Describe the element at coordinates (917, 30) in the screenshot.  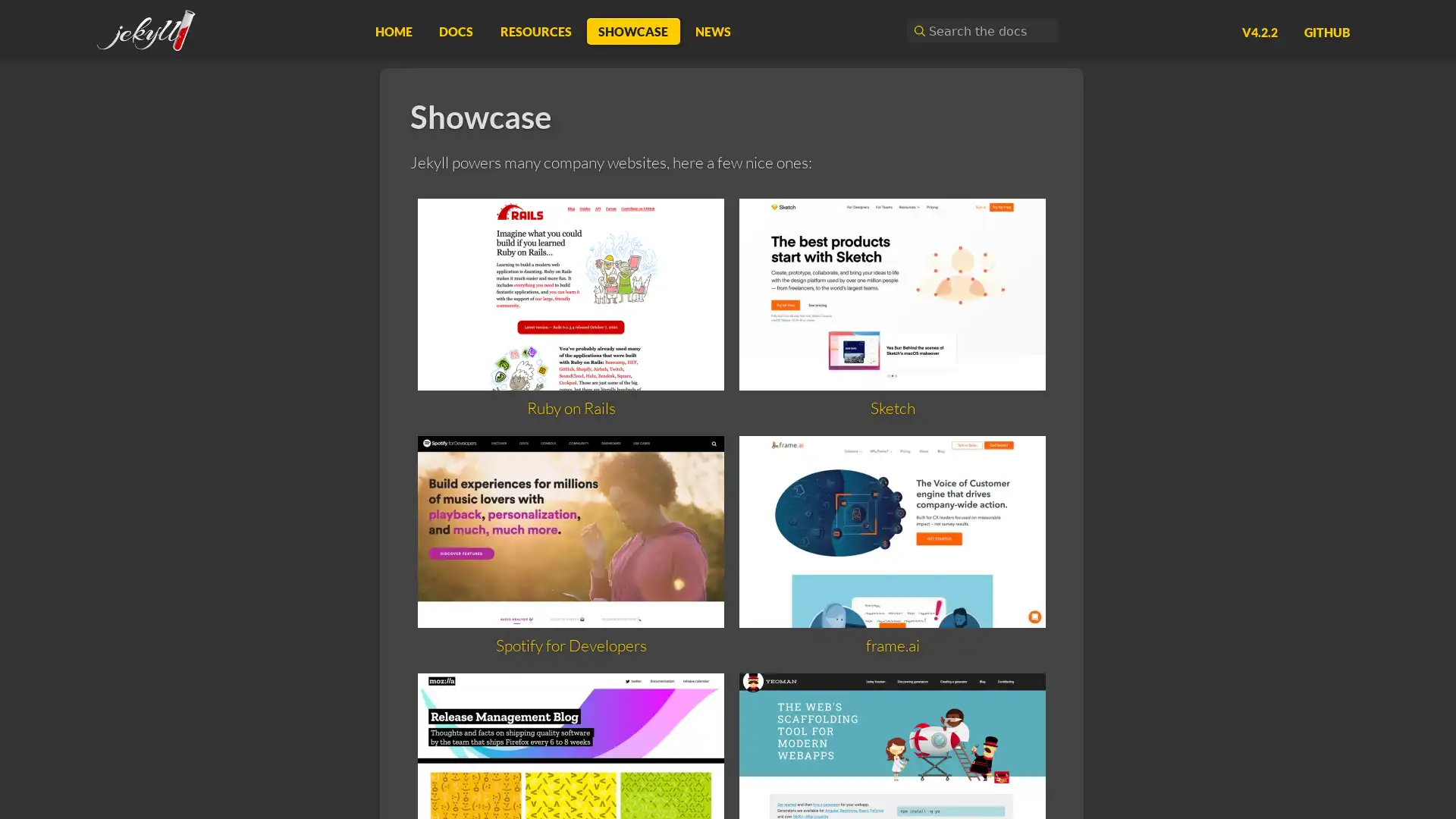
I see `Search` at that location.